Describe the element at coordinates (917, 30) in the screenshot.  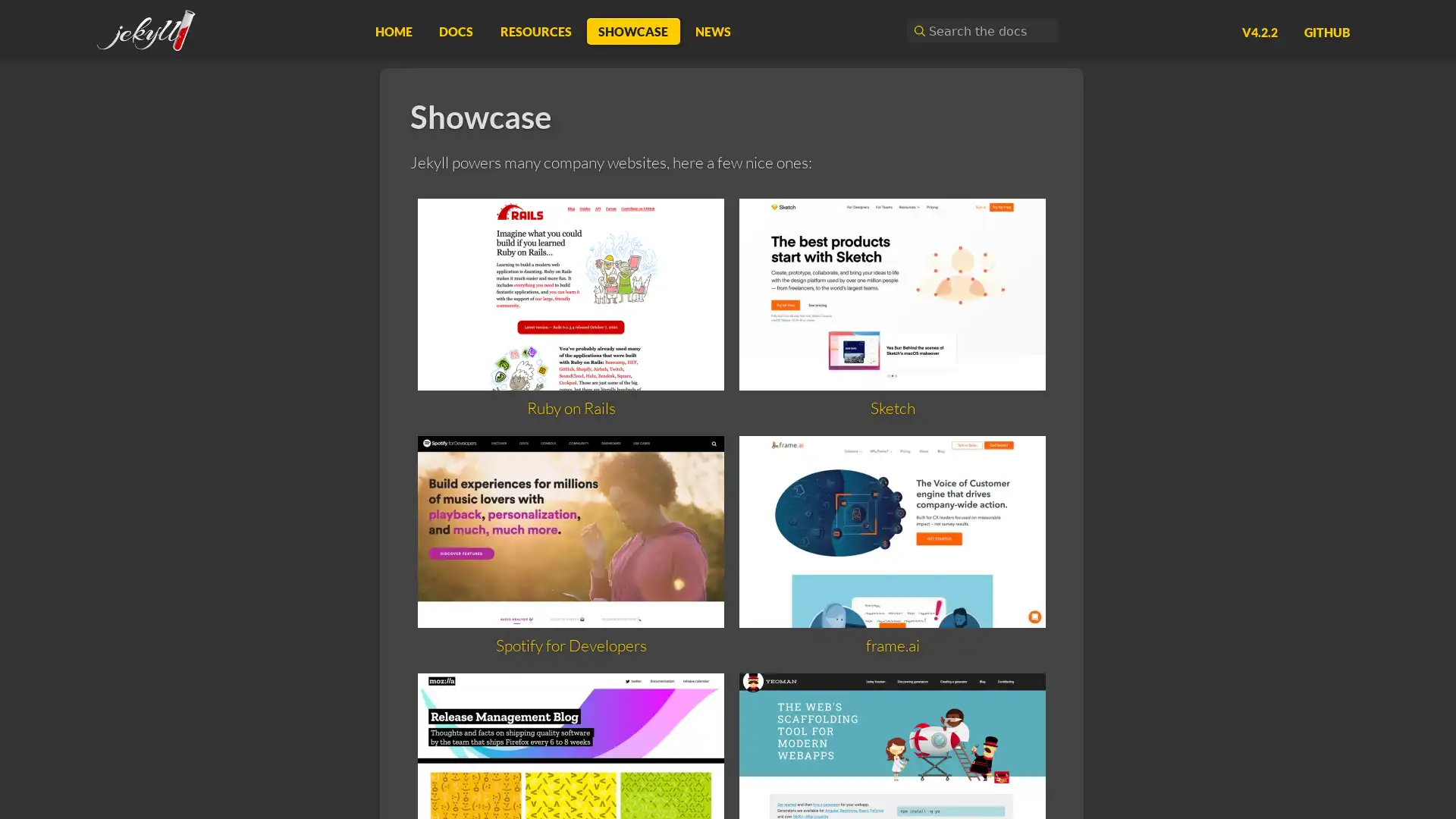
I see `Search` at that location.